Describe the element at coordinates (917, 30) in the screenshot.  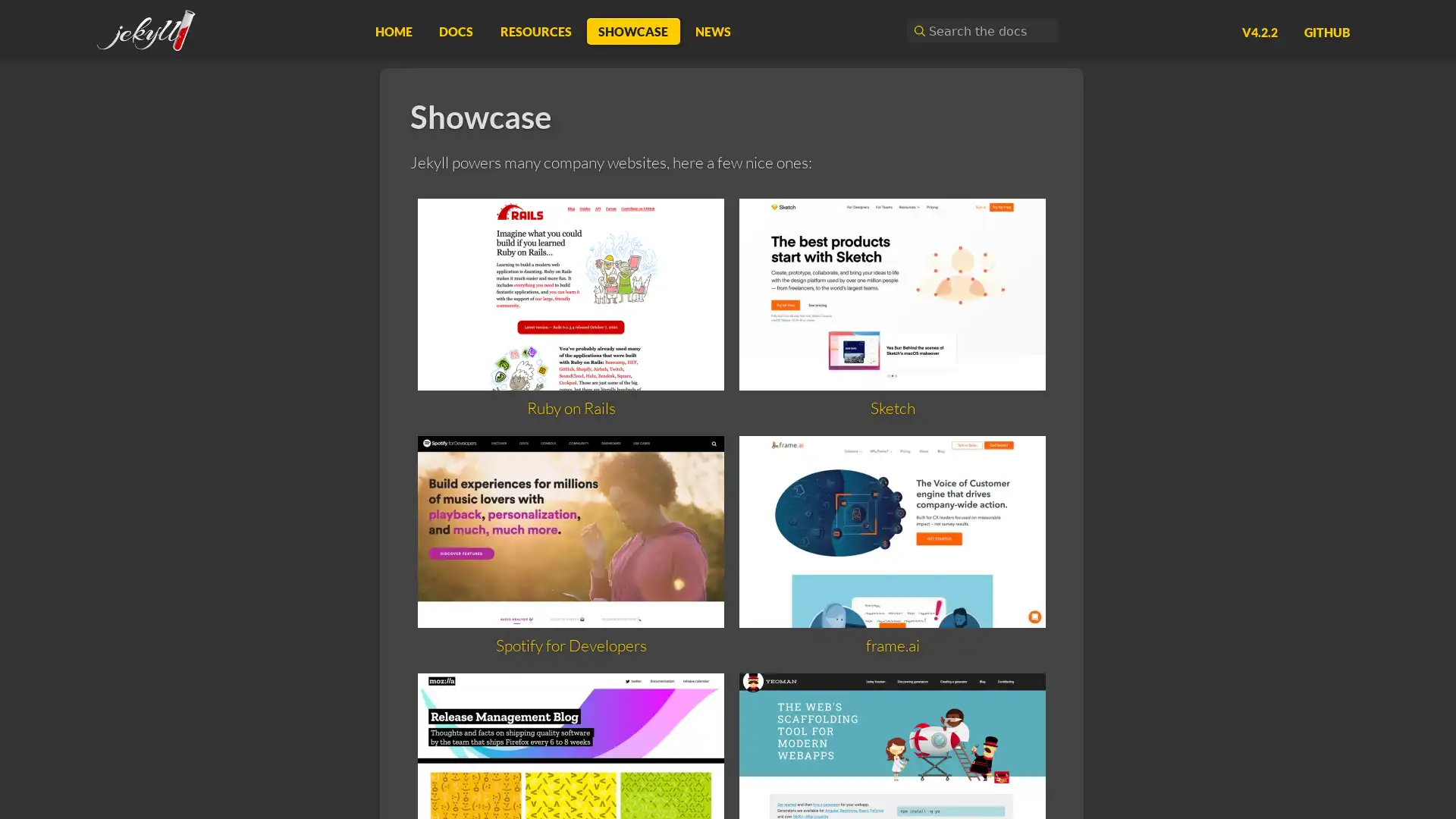
I see `Search` at that location.